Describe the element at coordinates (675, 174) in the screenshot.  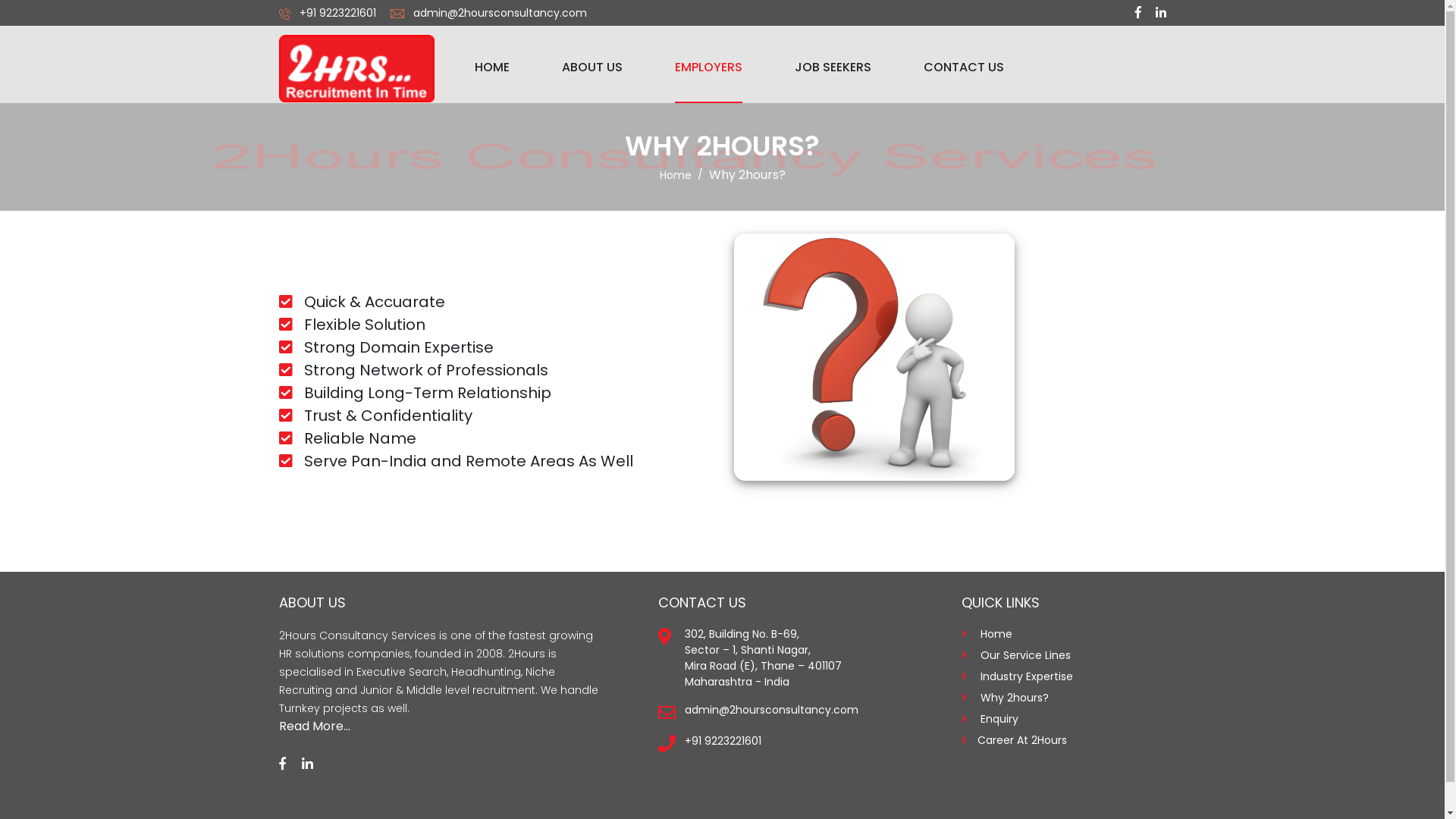
I see `'Home'` at that location.